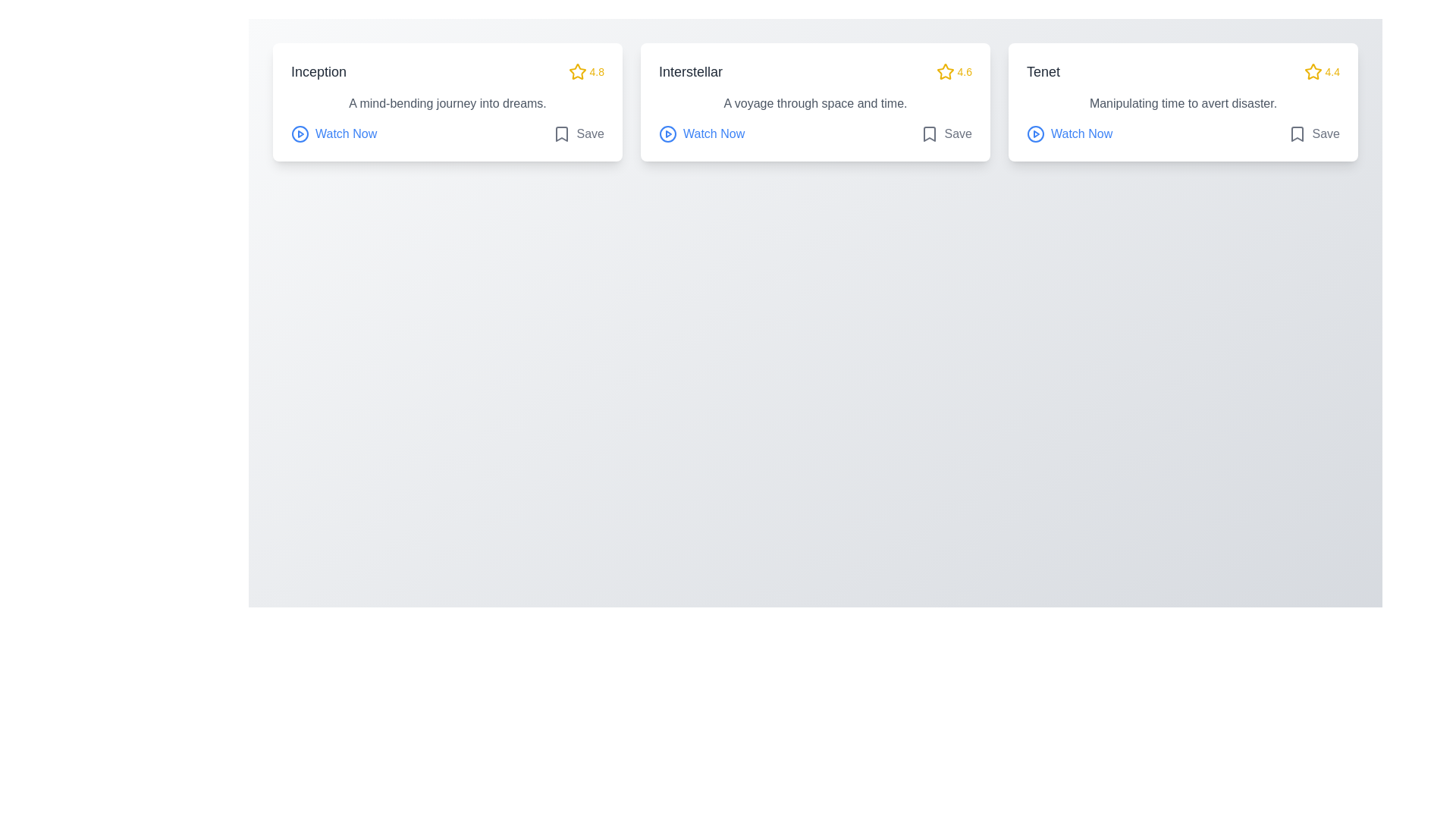  I want to click on the Rating Display element for the movie 'Interstellar', which visually indicates its quality or popularity, located at the top right corner of its card, so click(953, 72).